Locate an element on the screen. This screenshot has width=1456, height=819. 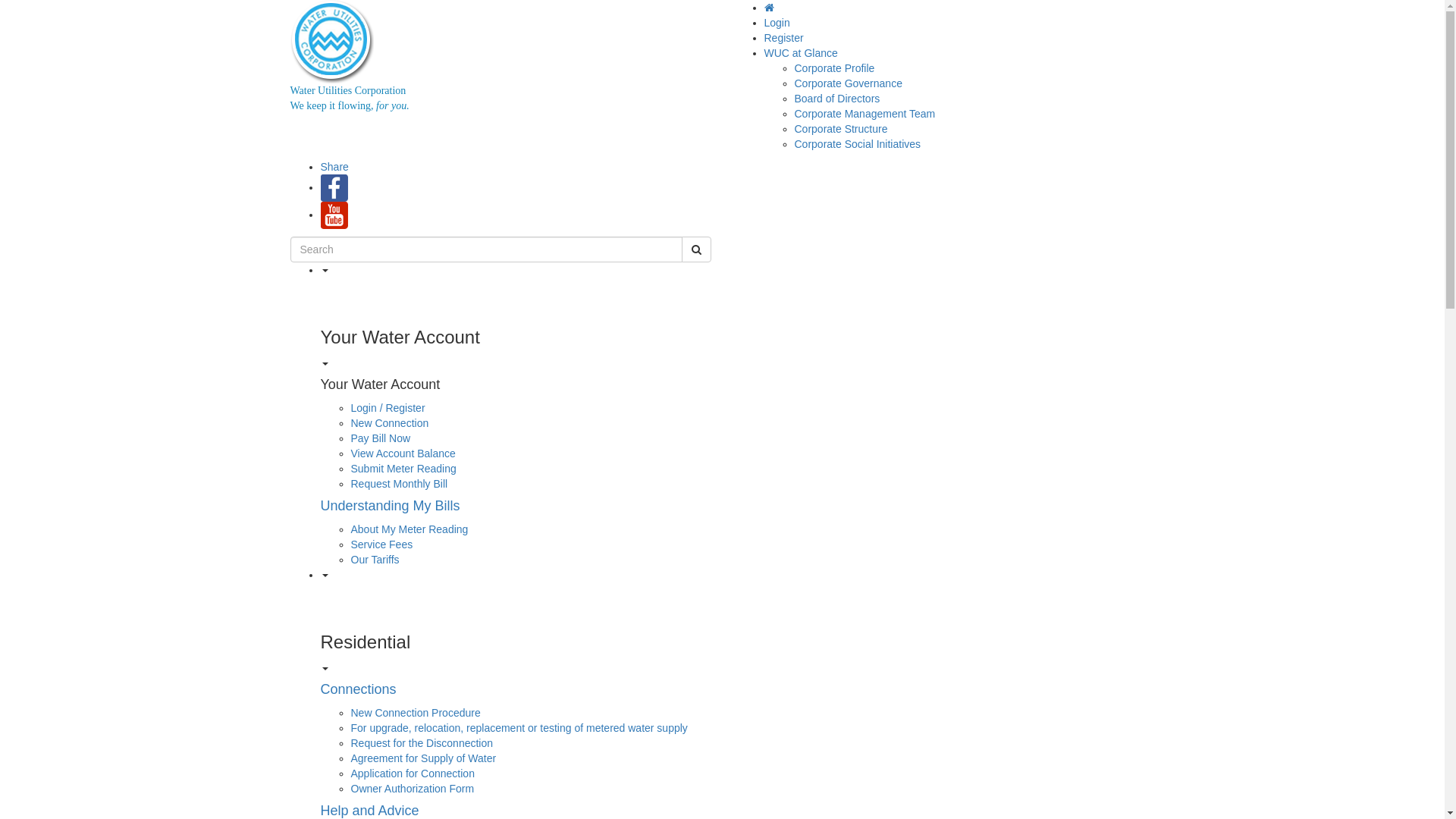
'New Connection Procedure' is located at coordinates (415, 713).